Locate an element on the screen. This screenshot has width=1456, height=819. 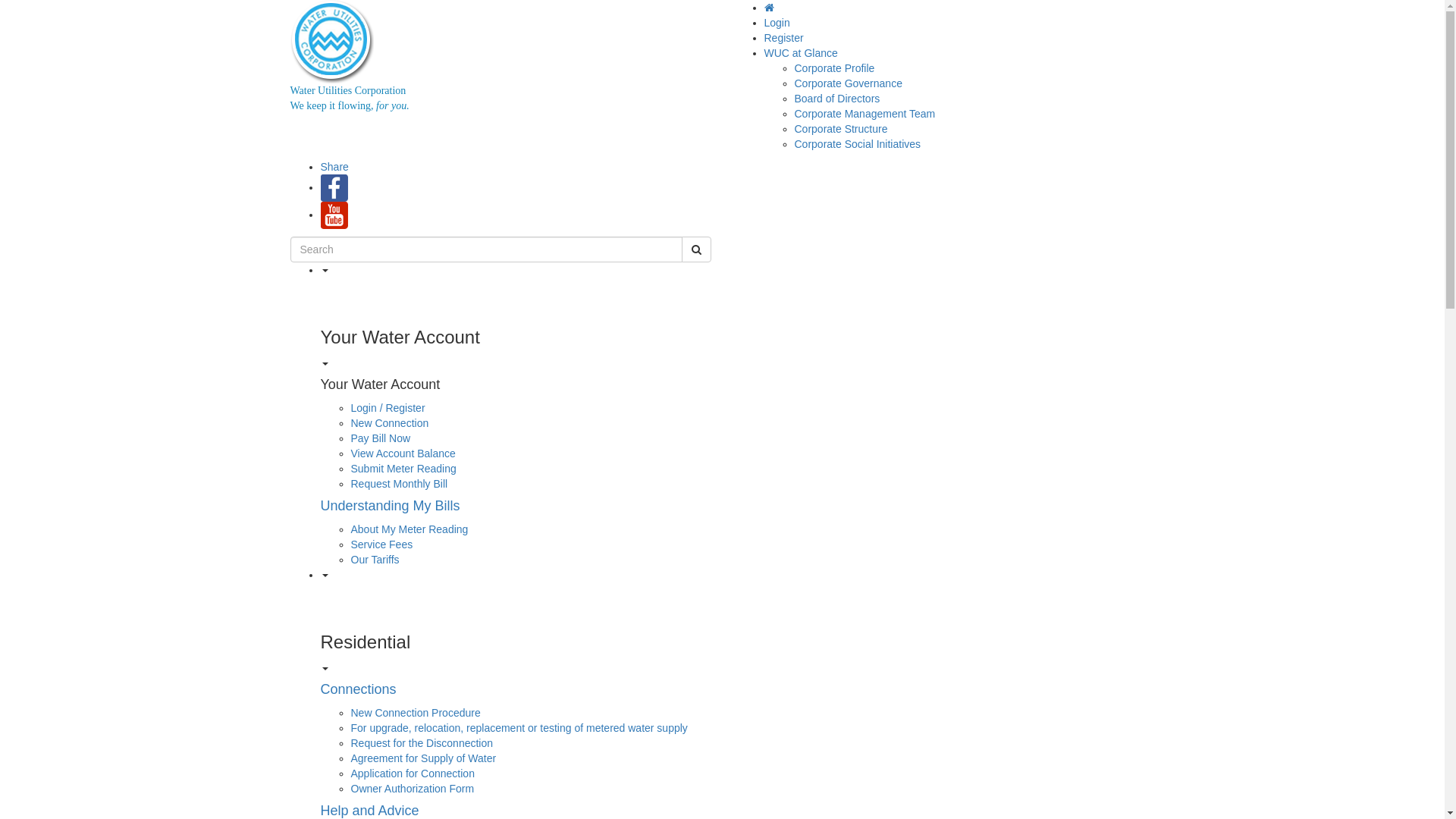
'New Connection Procedure' is located at coordinates (415, 713).